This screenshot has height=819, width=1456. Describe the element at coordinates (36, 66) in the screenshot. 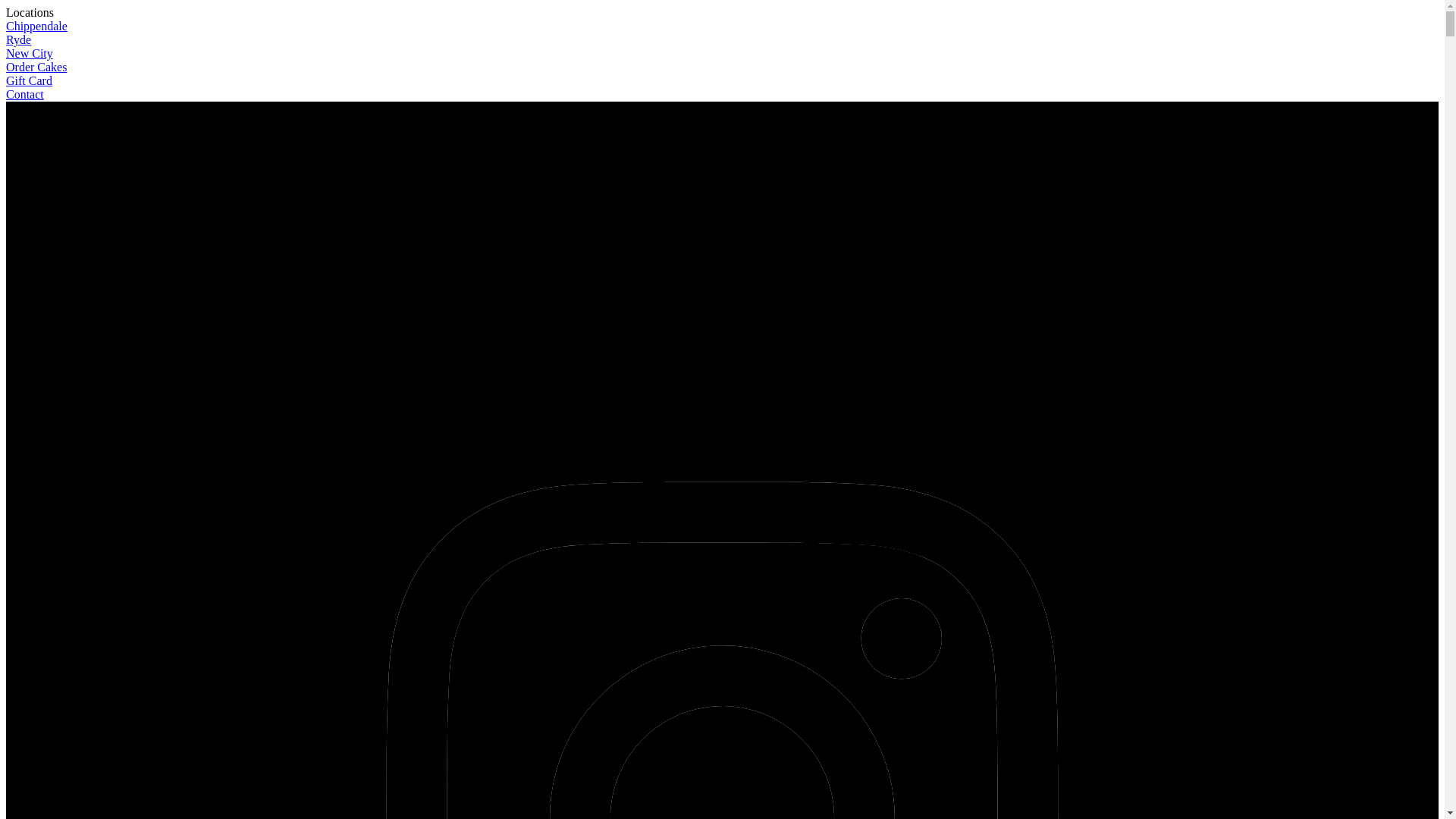

I see `'Order Cakes'` at that location.